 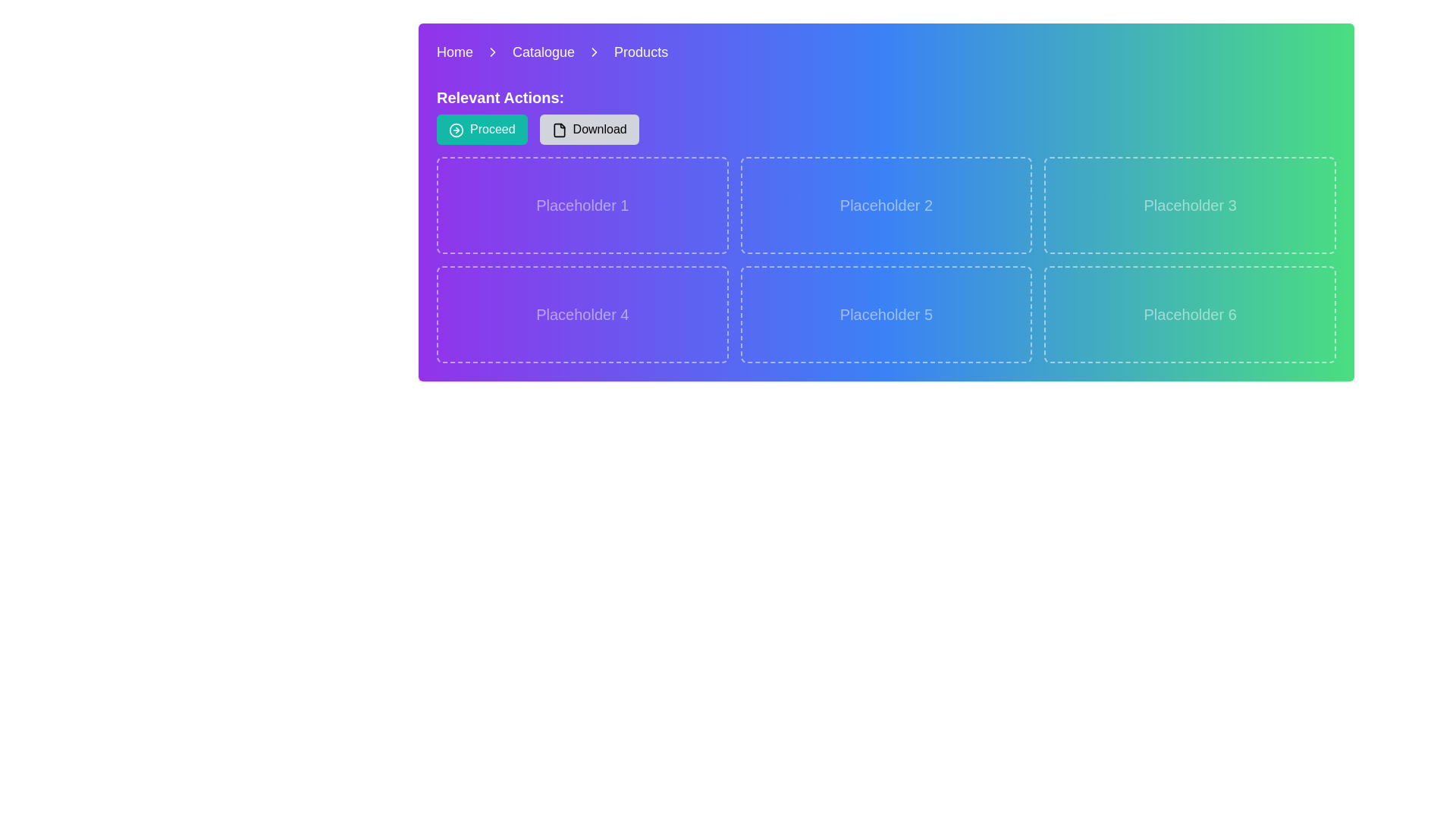 I want to click on the circular teal icon representing a rightward pointing arrow located to the left of the 'Proceed' text within the 'Proceed' button, so click(x=455, y=128).